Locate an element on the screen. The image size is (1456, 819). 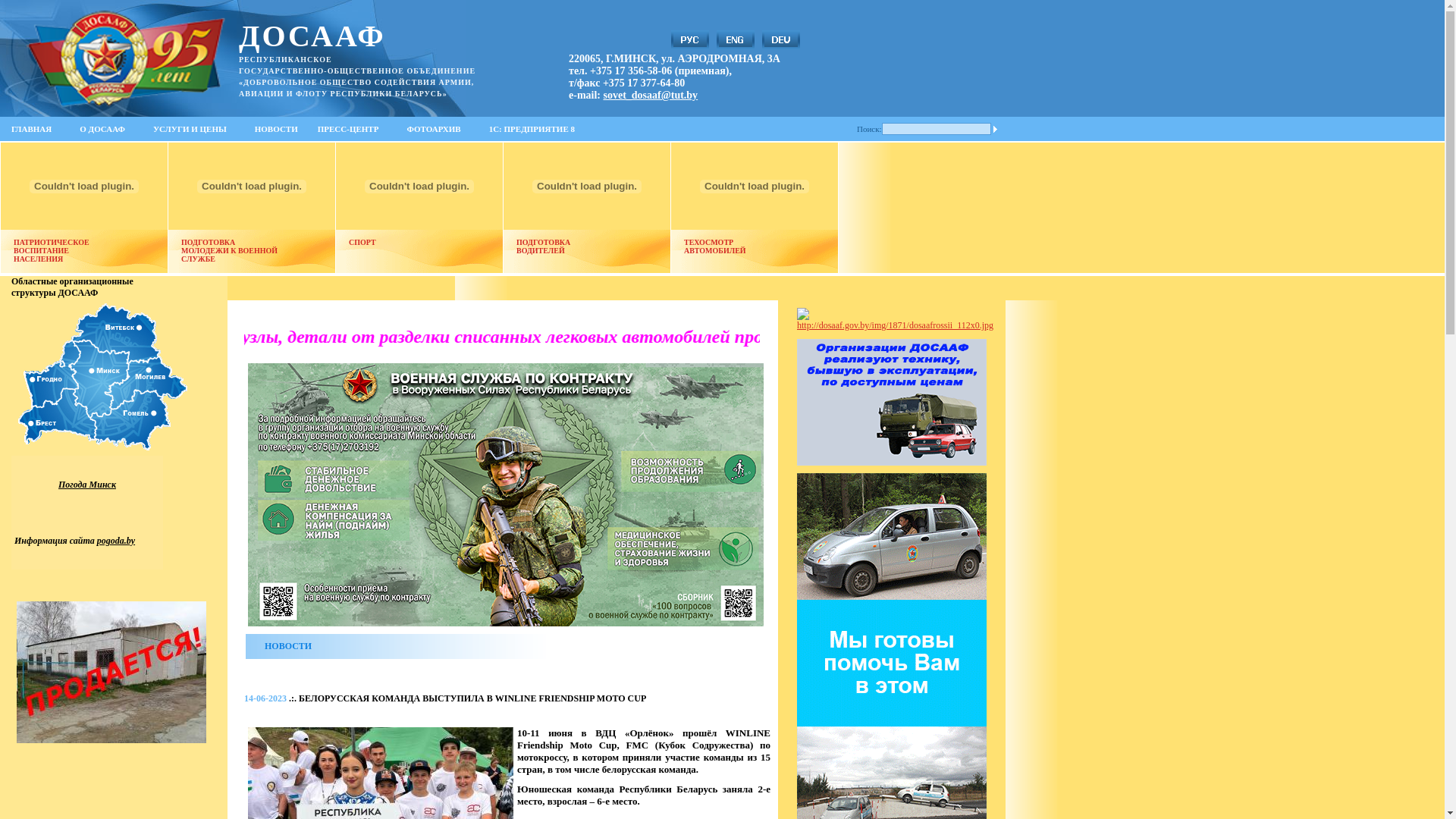
'sovet_dosaaf@tut.by' is located at coordinates (650, 95).